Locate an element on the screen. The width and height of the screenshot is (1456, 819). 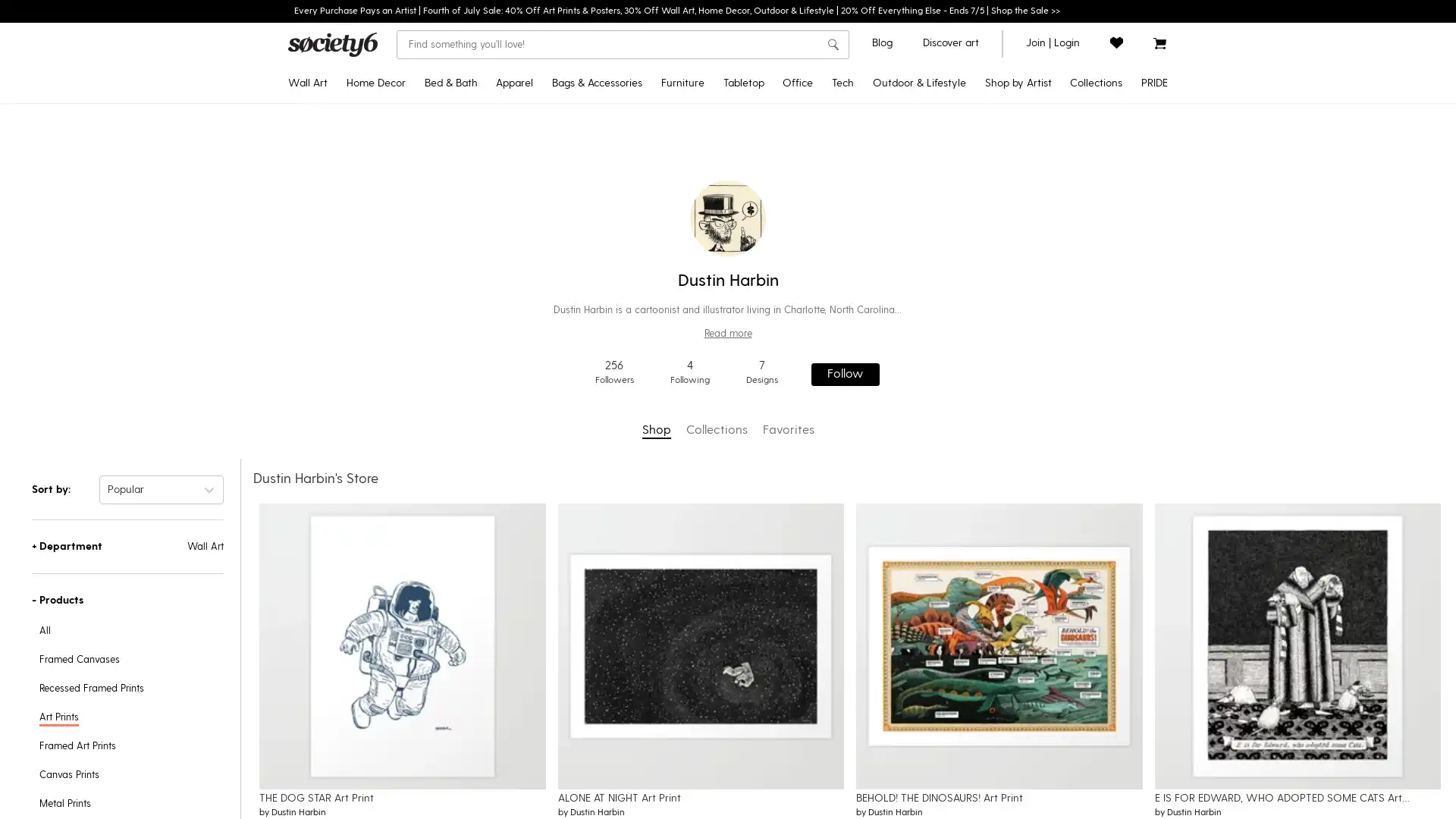
Outdoor Throw Pillows is located at coordinates (939, 244).